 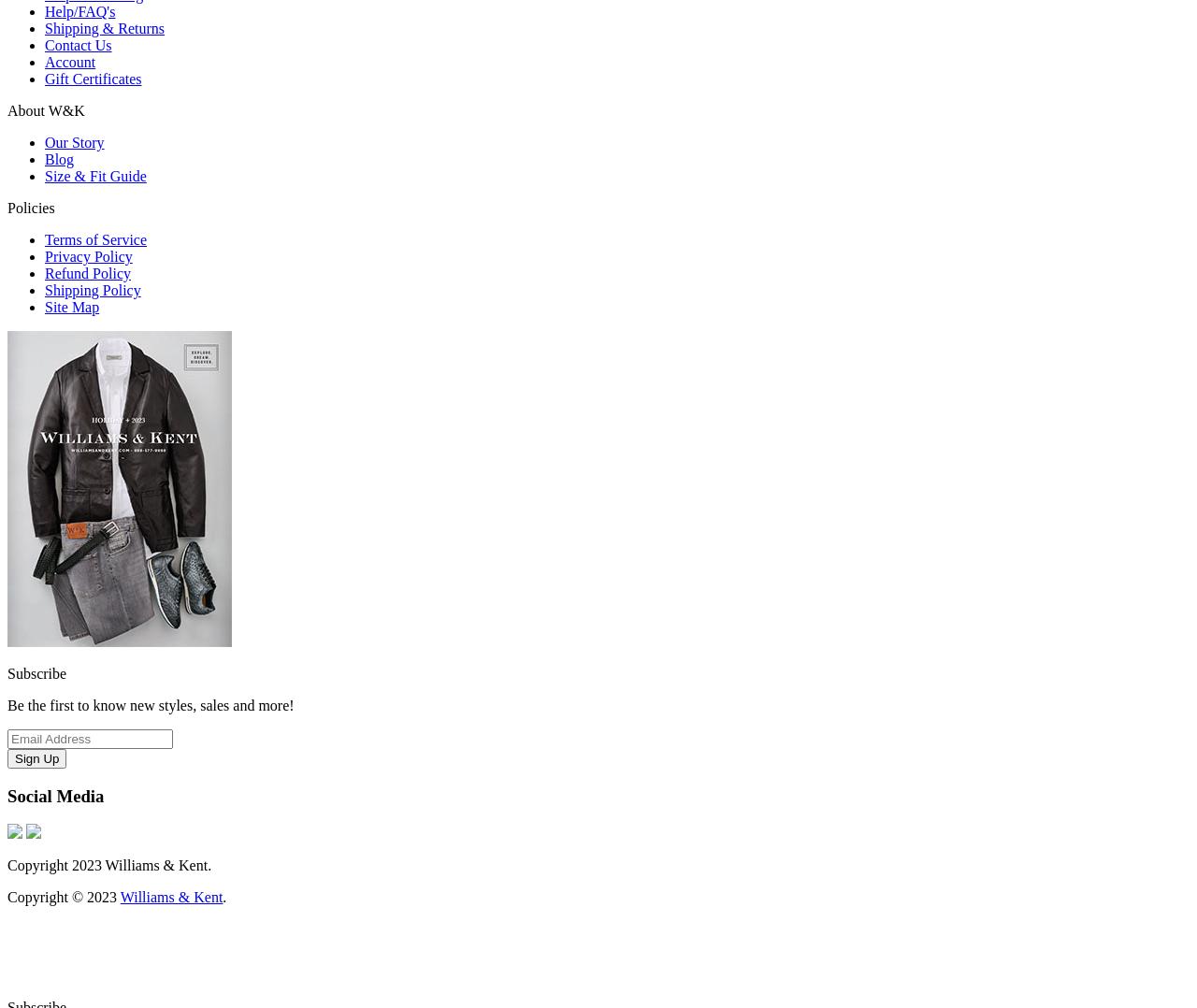 I want to click on 'Privacy Policy', so click(x=45, y=255).